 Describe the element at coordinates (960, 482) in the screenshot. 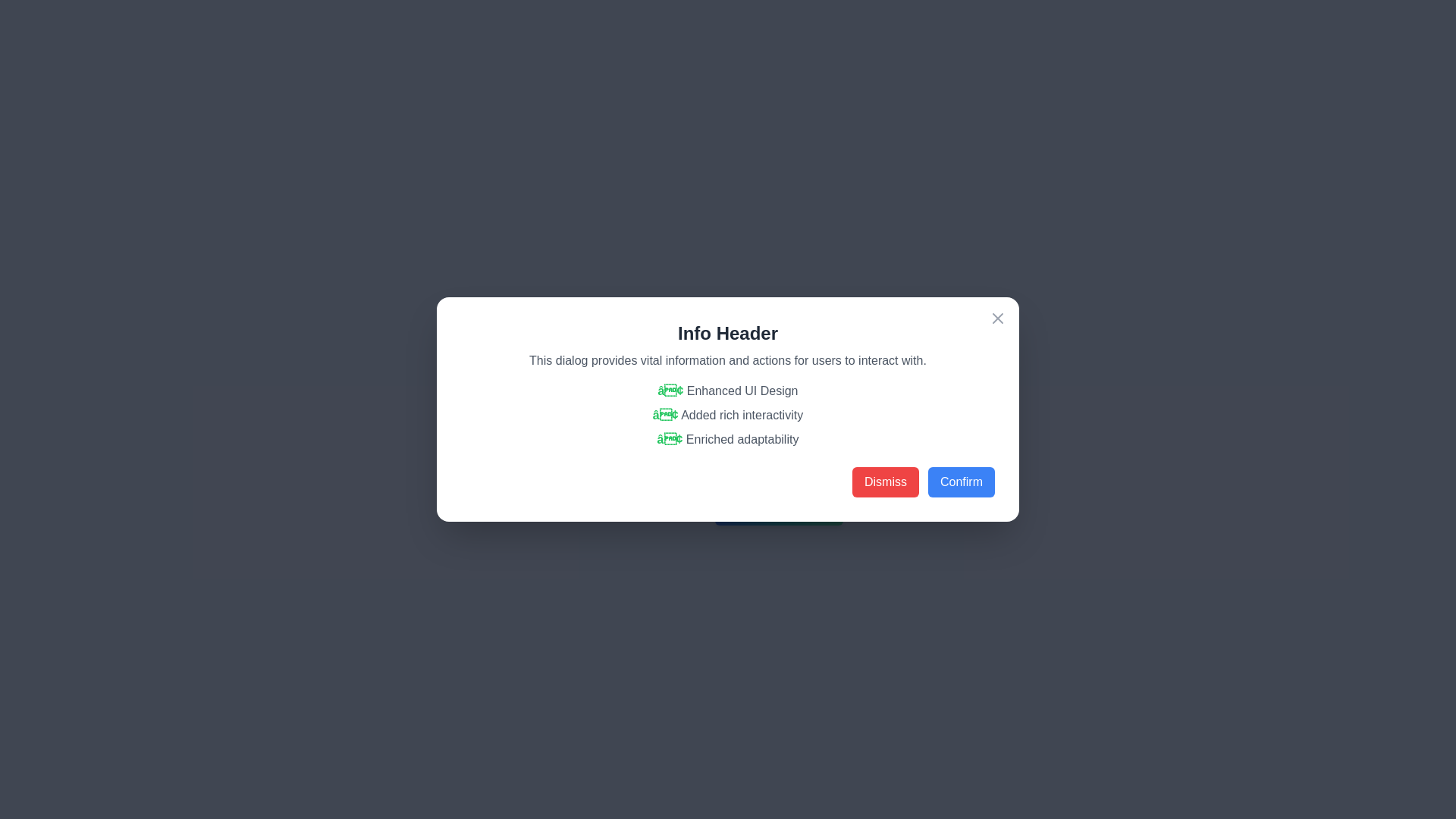

I see `the confirm button located at the bottom-right corner of the dialog box, which is the second button from the left adjacent to the 'Dismiss' button, to confirm an action` at that location.